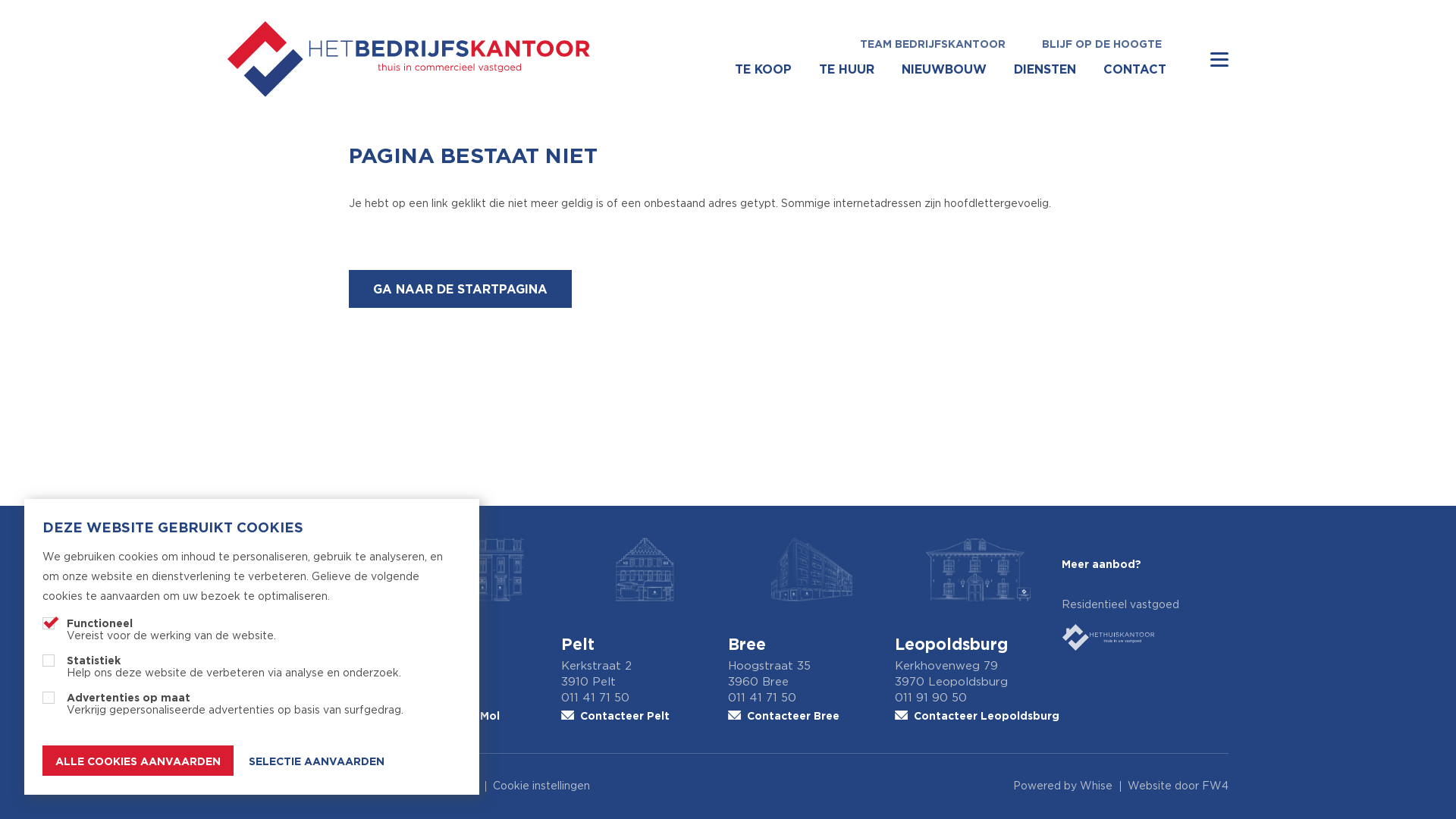 This screenshot has width=1456, height=819. What do you see at coordinates (846, 69) in the screenshot?
I see `'TE HUUR'` at bounding box center [846, 69].